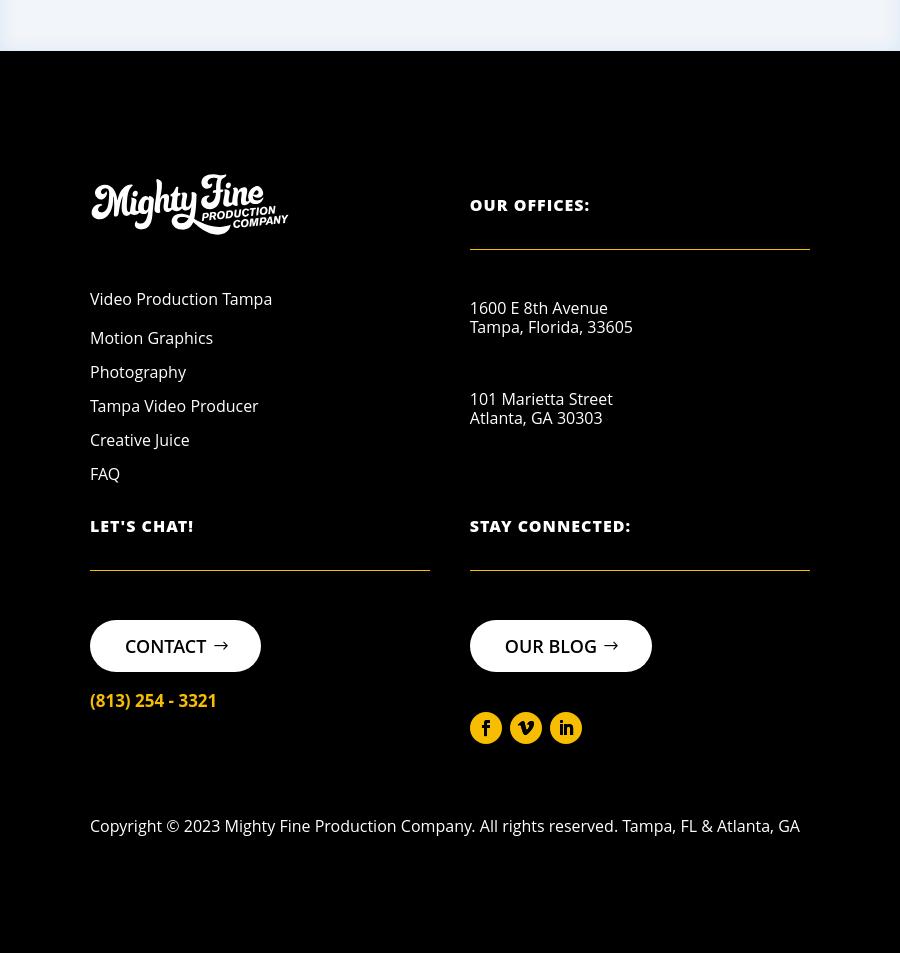  I want to click on 'Tampa Video Producer', so click(89, 404).